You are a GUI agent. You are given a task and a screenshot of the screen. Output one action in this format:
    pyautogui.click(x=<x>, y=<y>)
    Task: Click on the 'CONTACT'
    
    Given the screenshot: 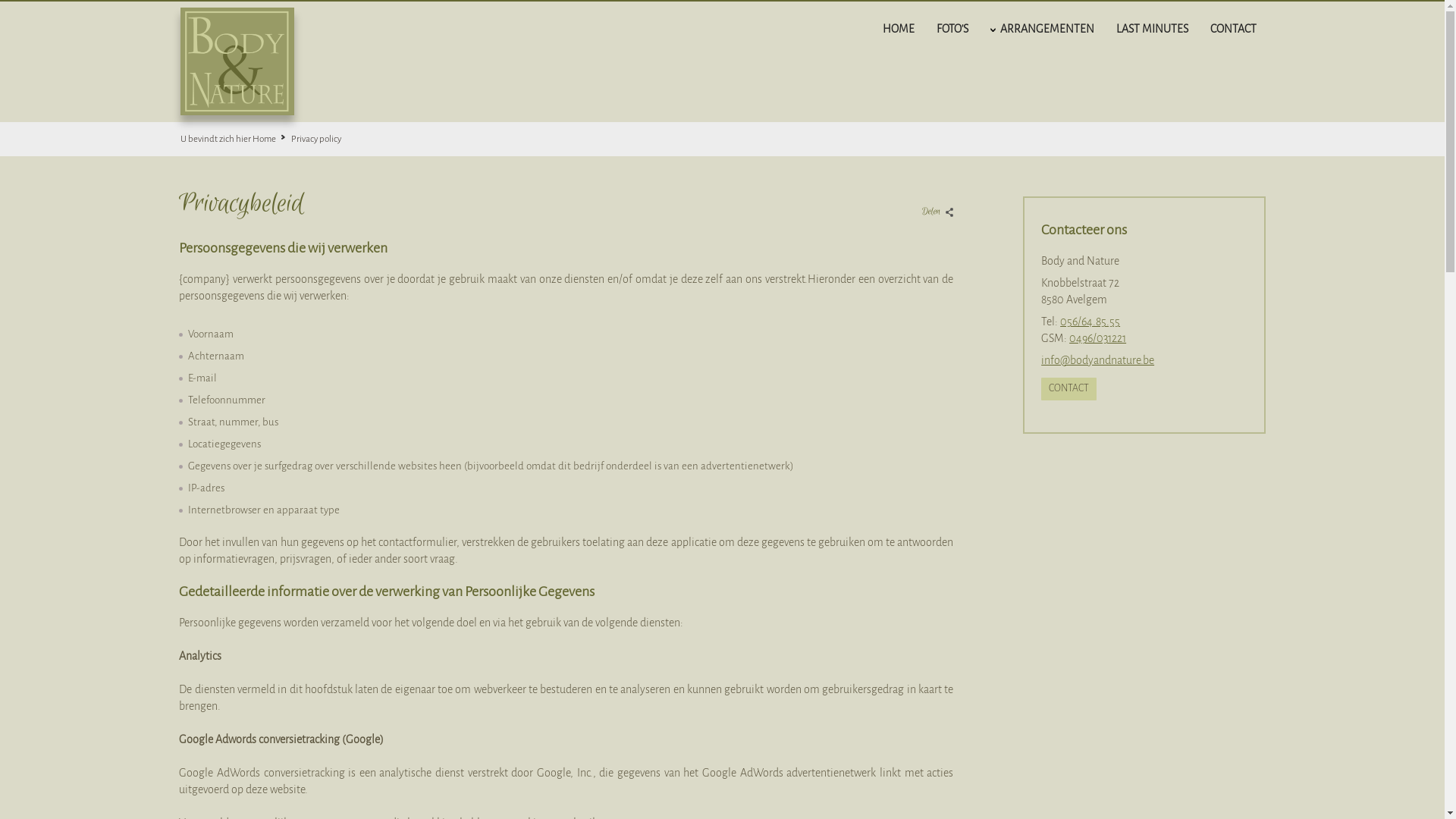 What is the action you would take?
    pyautogui.click(x=1068, y=388)
    